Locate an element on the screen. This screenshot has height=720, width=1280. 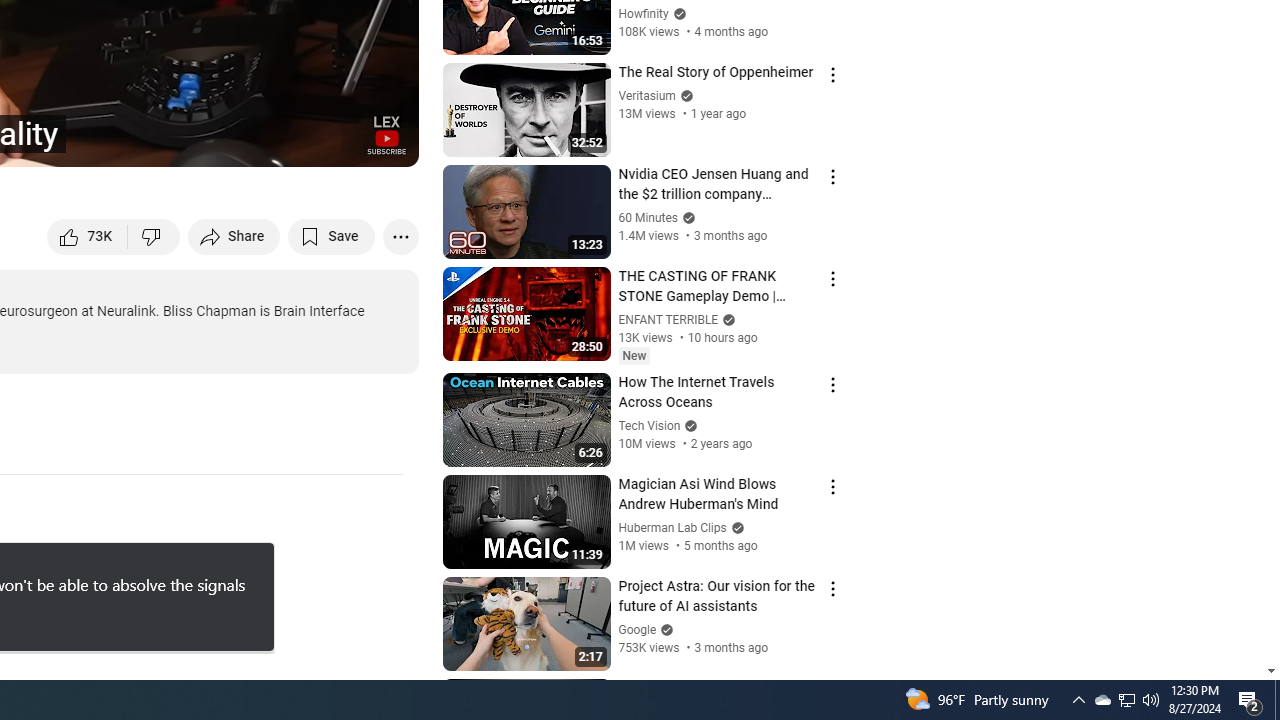
'like this video along with 73,133 other people' is located at coordinates (87, 235).